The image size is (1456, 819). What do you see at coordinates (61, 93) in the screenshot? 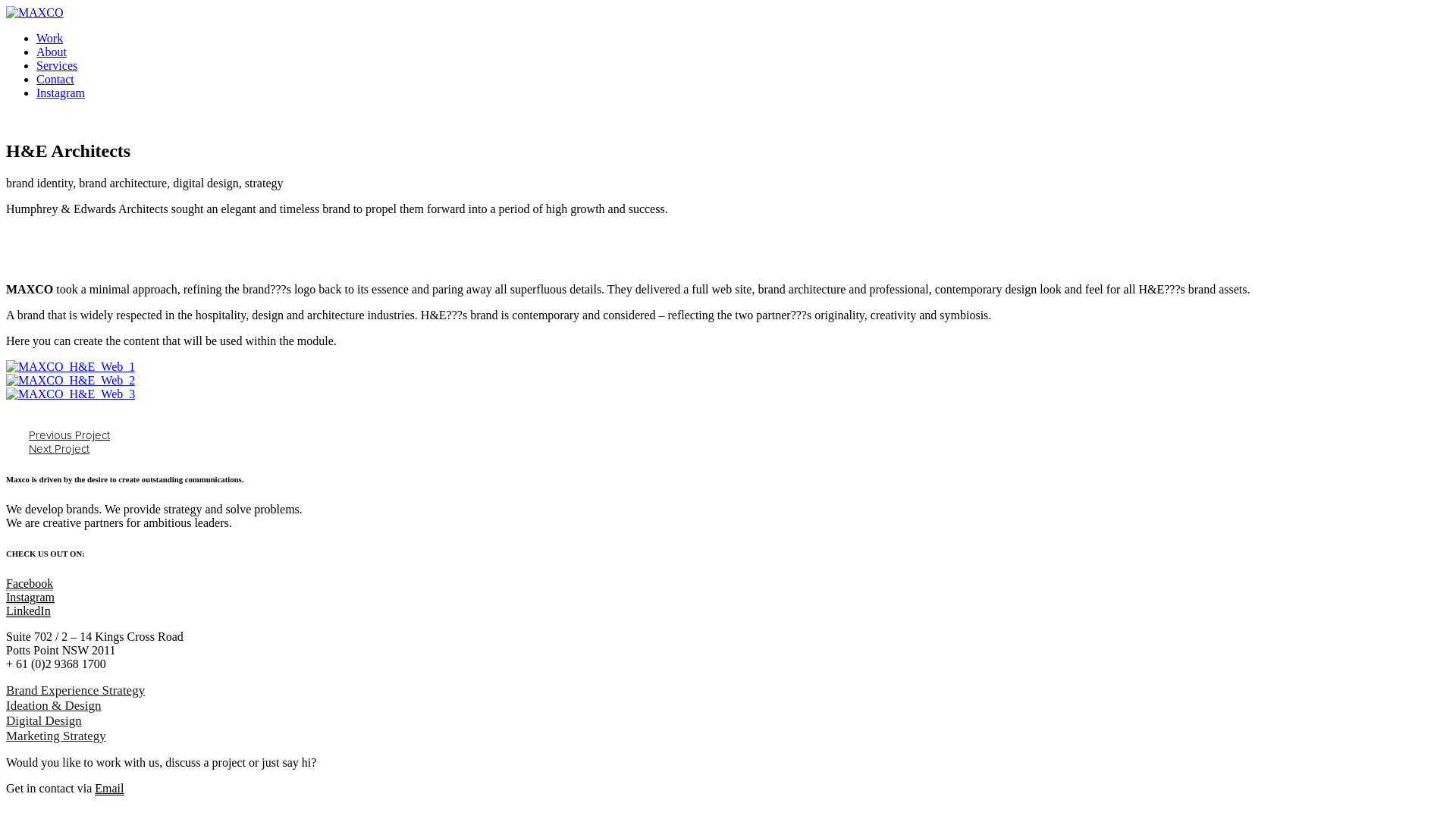
I see `'Instagram'` at bounding box center [61, 93].